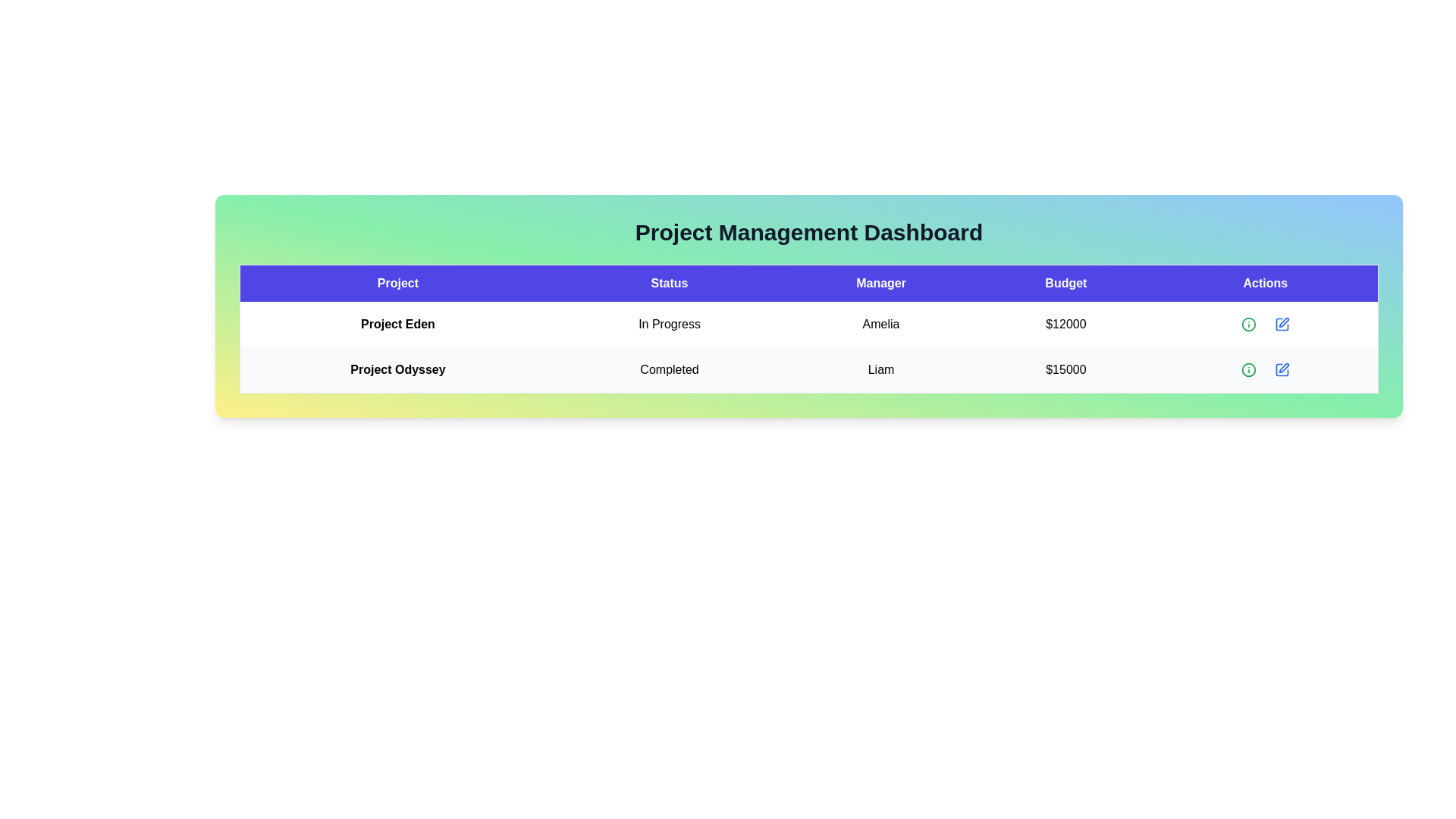  I want to click on the circular icon in the 'Actions' row for 'Project Odyssey', so click(1248, 324).